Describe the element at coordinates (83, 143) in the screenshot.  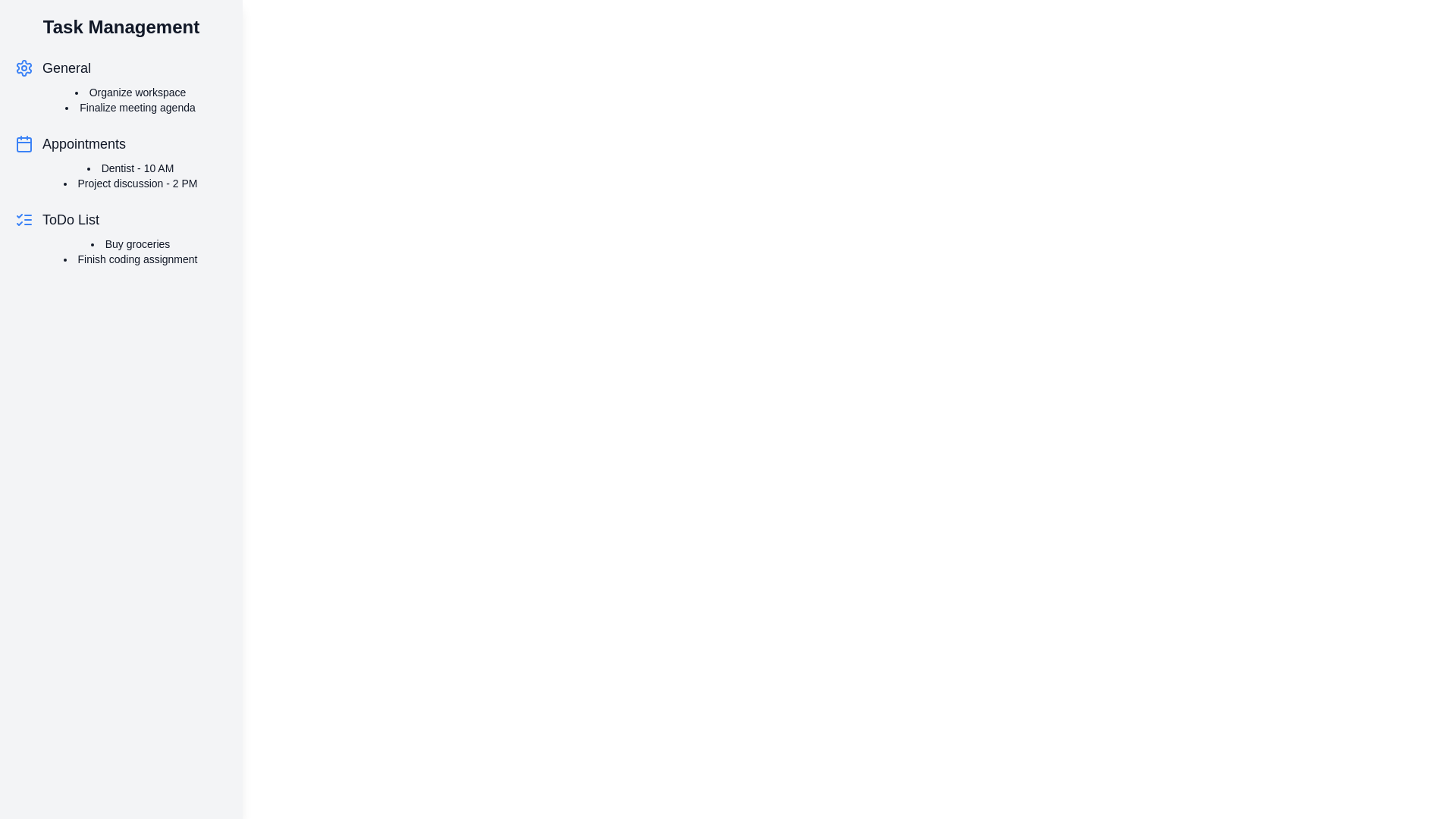
I see `the task category Appointments by clicking on its name or icon` at that location.